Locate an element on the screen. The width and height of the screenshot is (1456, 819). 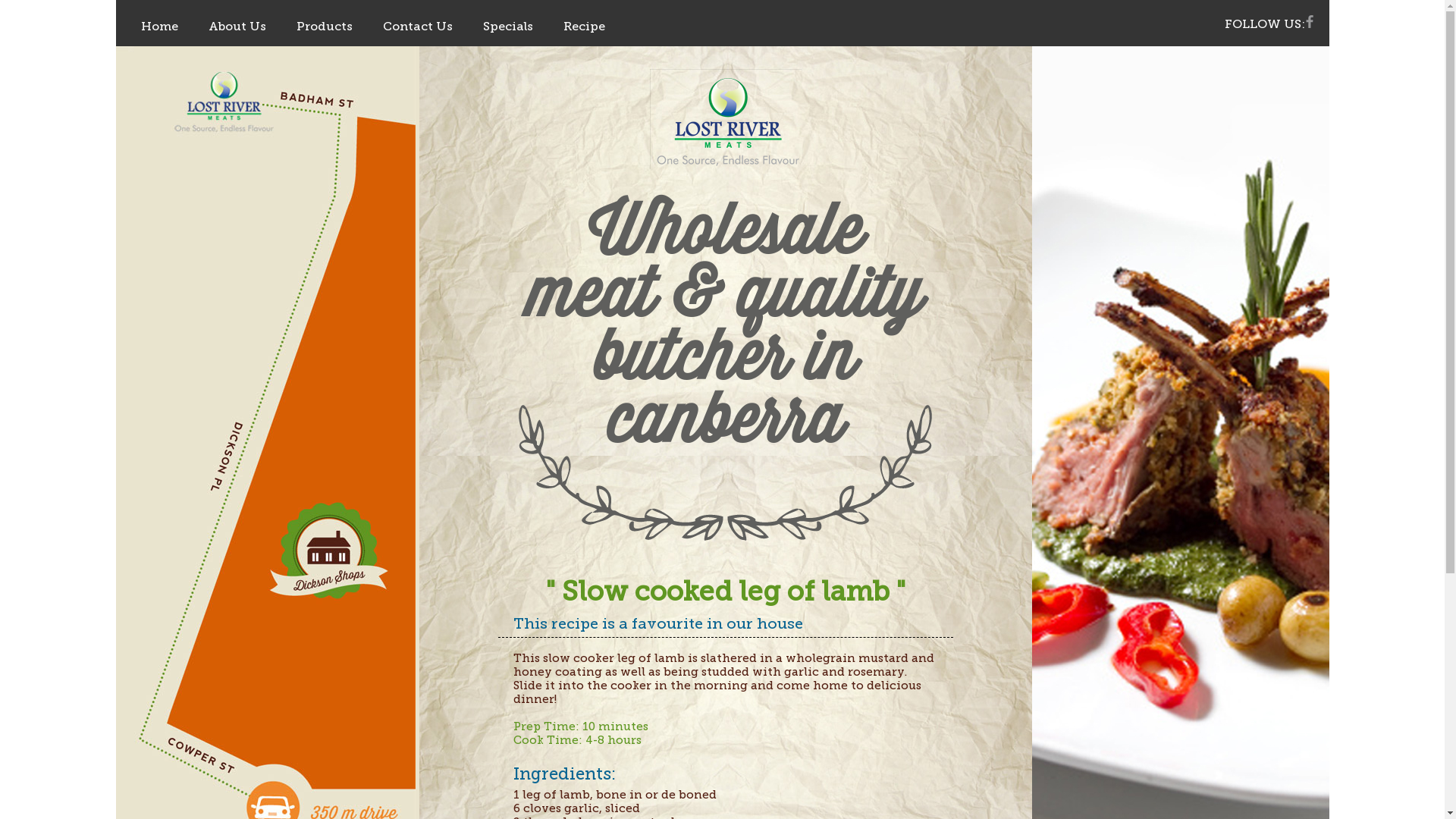
'Contact Us' is located at coordinates (417, 26).